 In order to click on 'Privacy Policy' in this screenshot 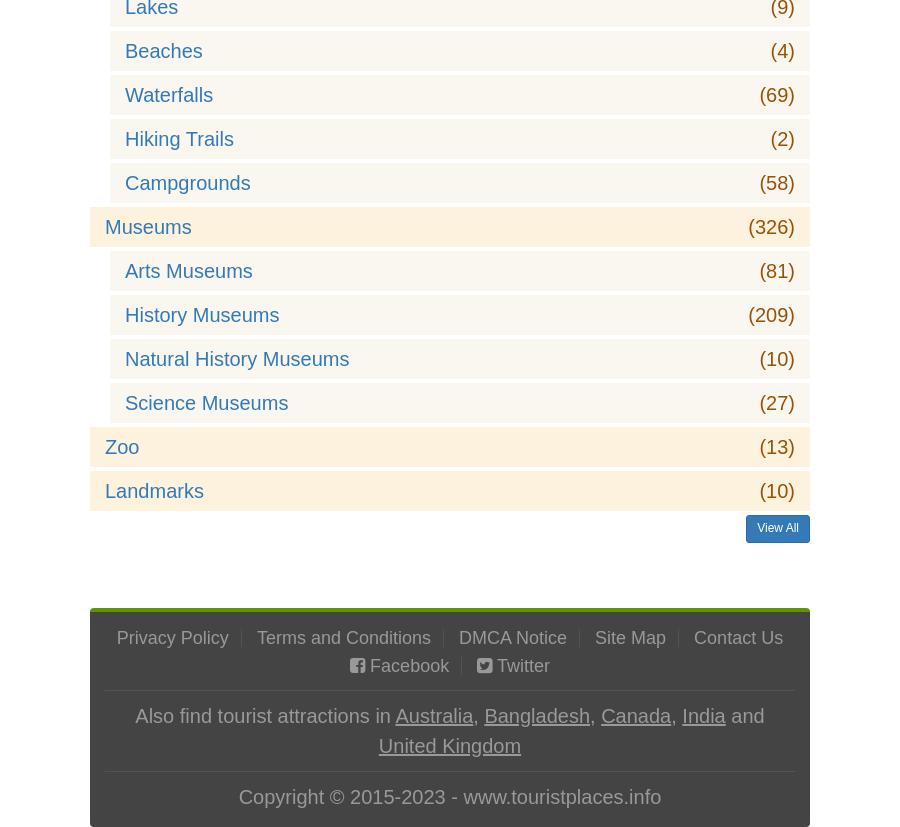, I will do `click(171, 638)`.